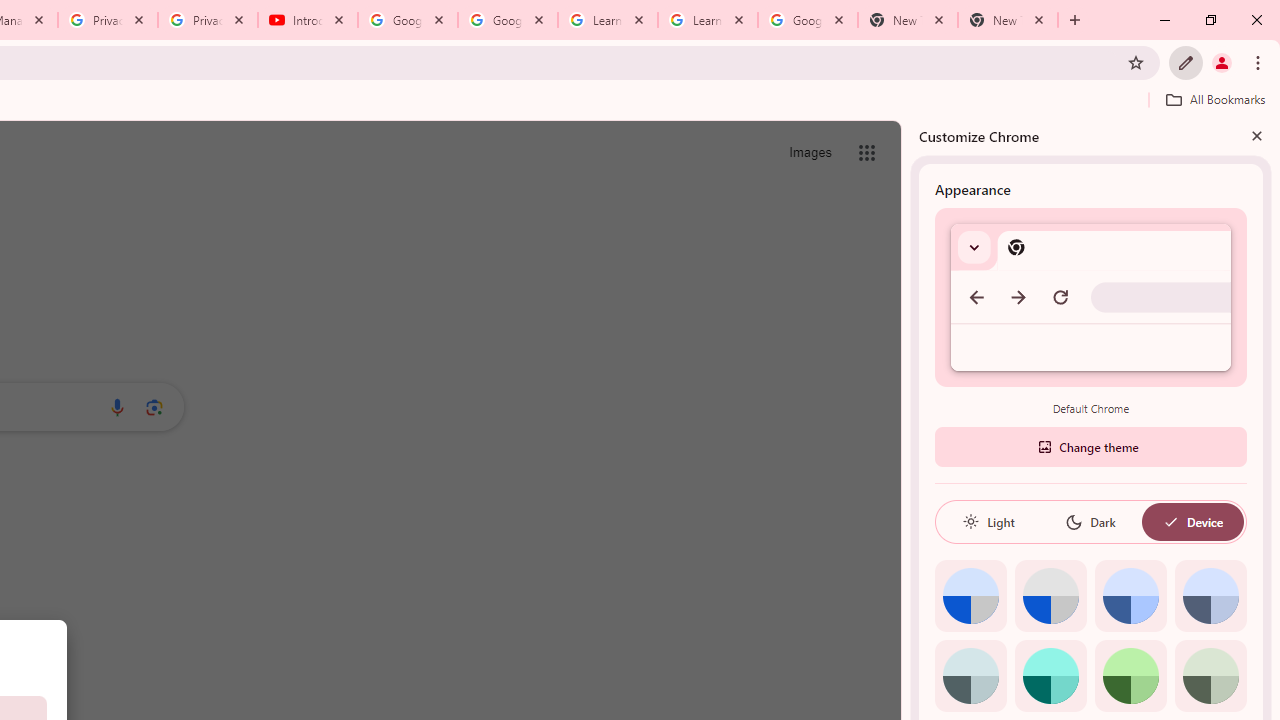 Image resolution: width=1280 pixels, height=720 pixels. I want to click on 'Change theme', so click(1089, 446).